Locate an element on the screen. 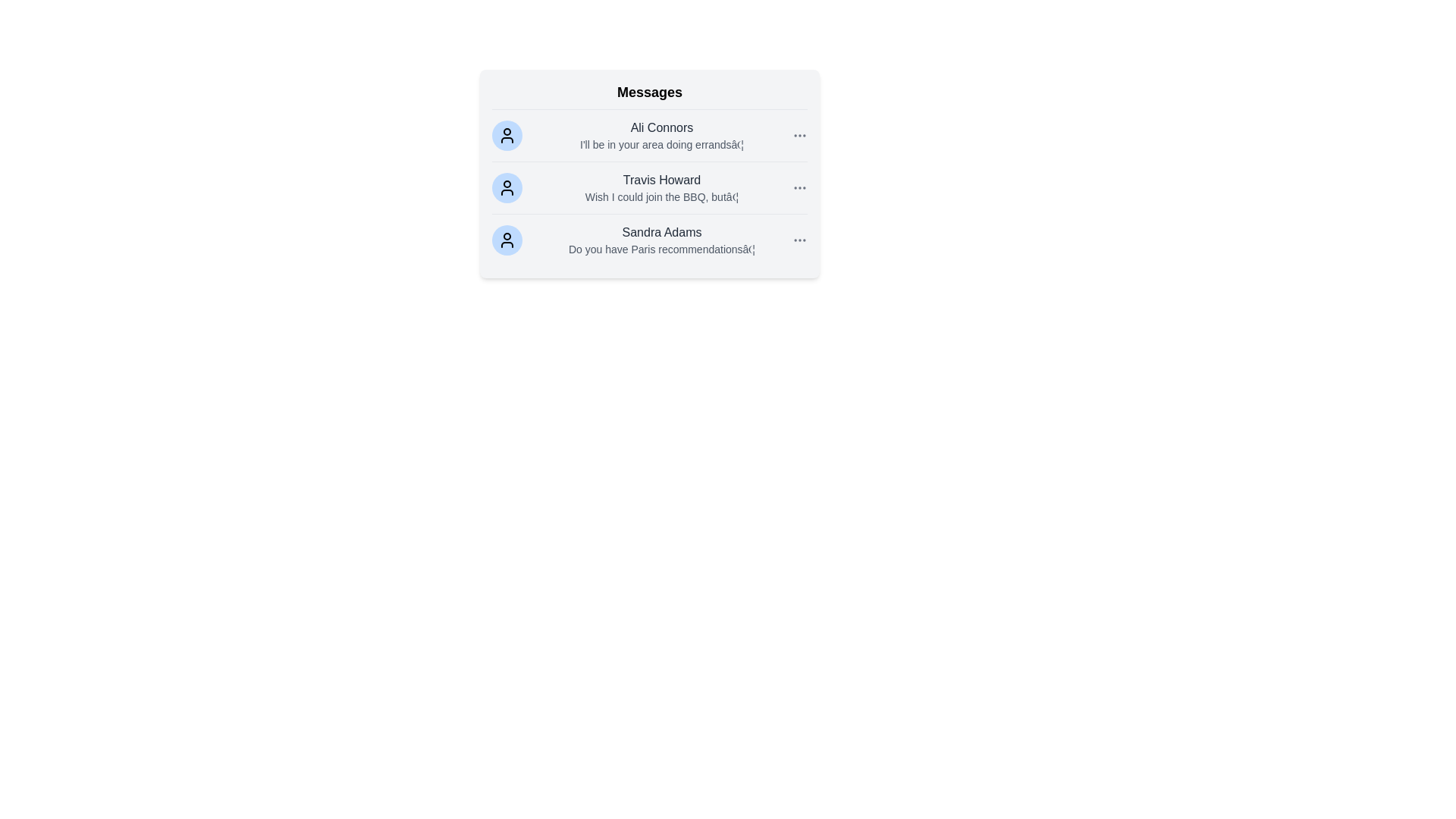  the text label displaying 'Sandra Adams' is located at coordinates (662, 233).